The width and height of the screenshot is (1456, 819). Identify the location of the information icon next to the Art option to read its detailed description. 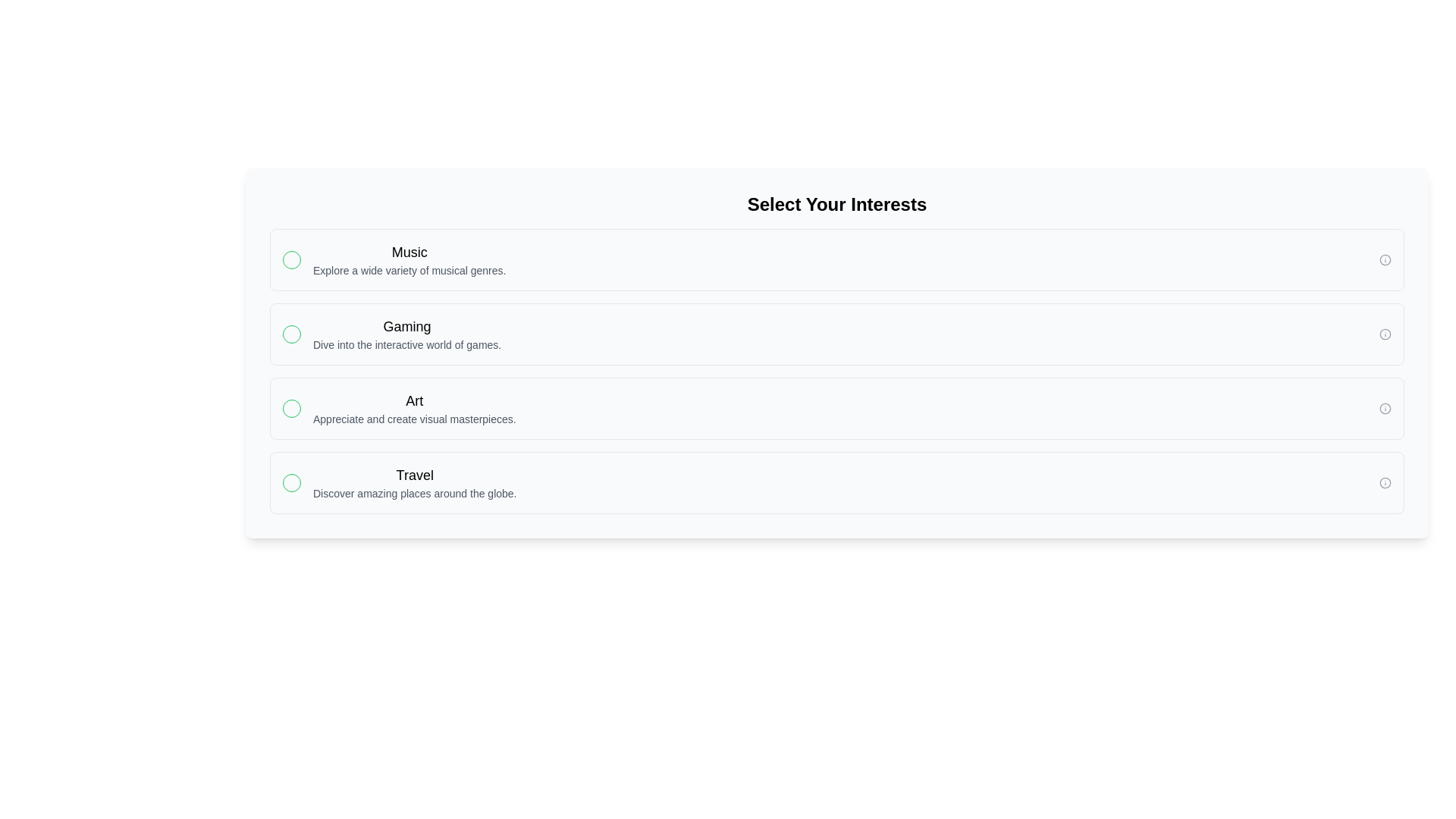
(1385, 408).